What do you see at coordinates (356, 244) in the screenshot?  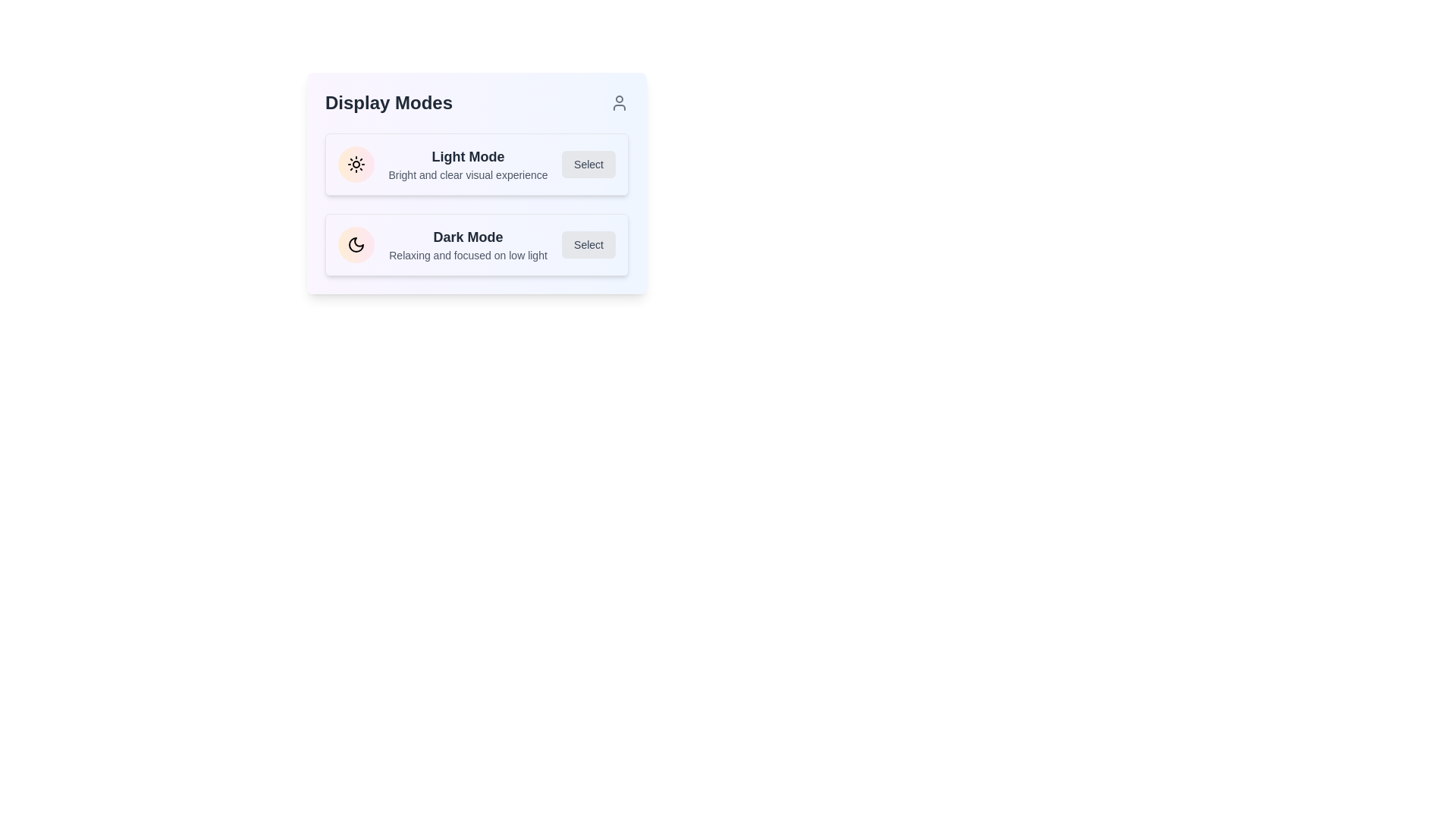 I see `the decorative SVG icon representing the 'Dark Mode' setting, located to the left of the 'Dark Mode' label` at bounding box center [356, 244].